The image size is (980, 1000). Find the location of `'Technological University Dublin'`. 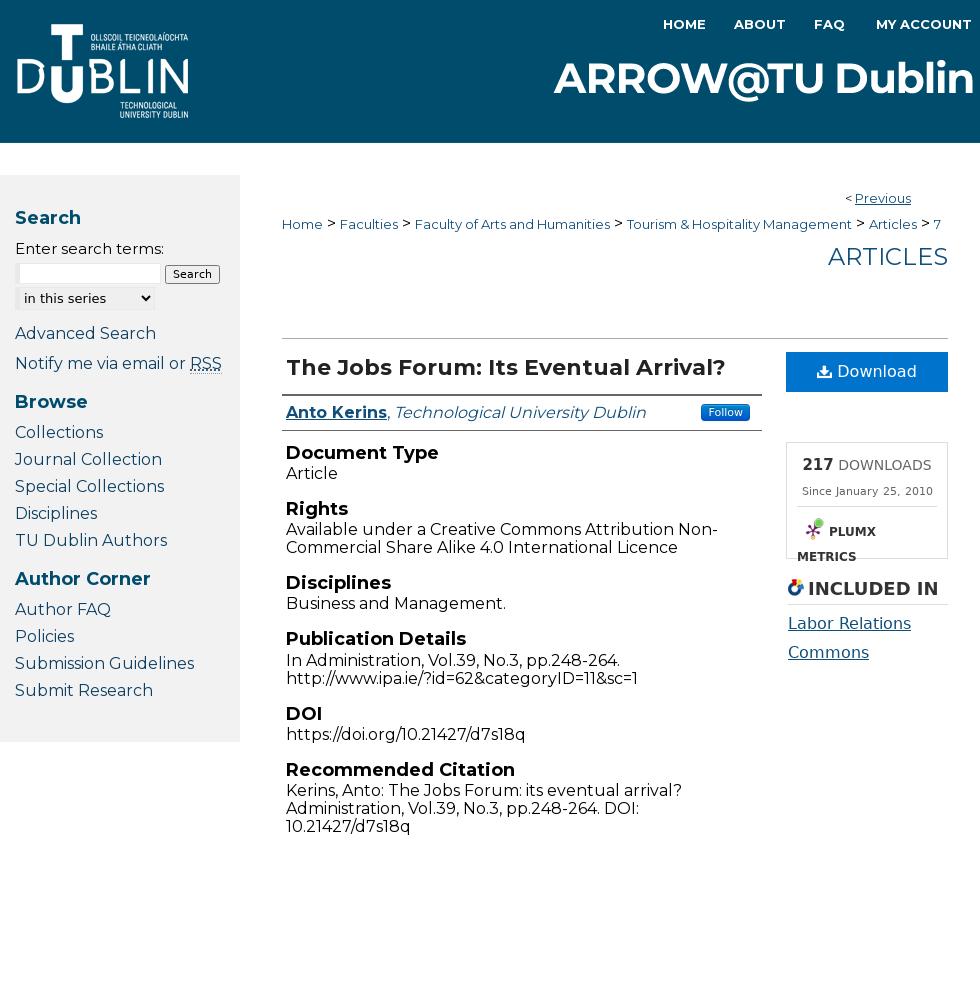

'Technological University Dublin' is located at coordinates (519, 411).